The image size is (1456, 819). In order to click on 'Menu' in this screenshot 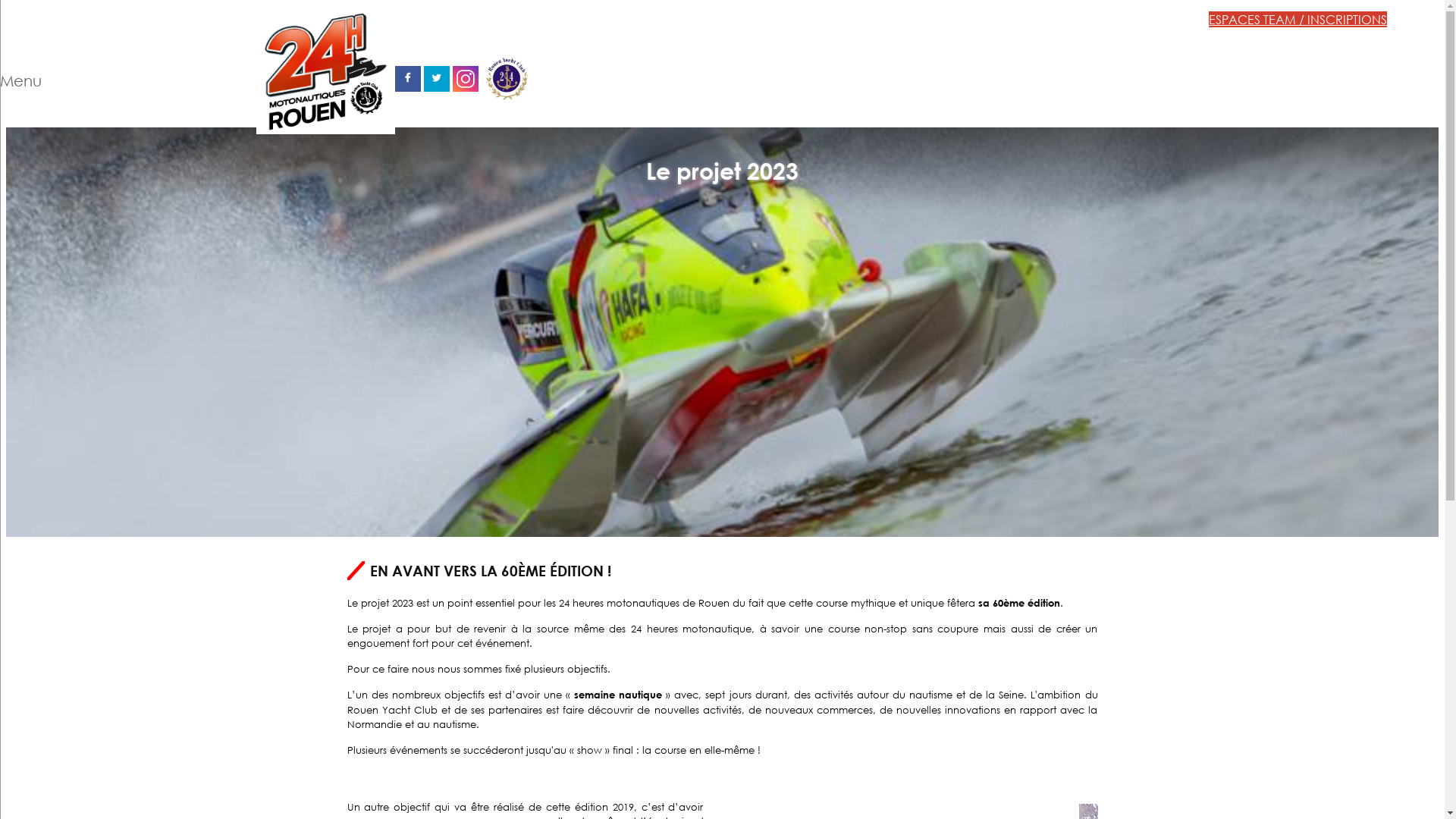, I will do `click(20, 80)`.